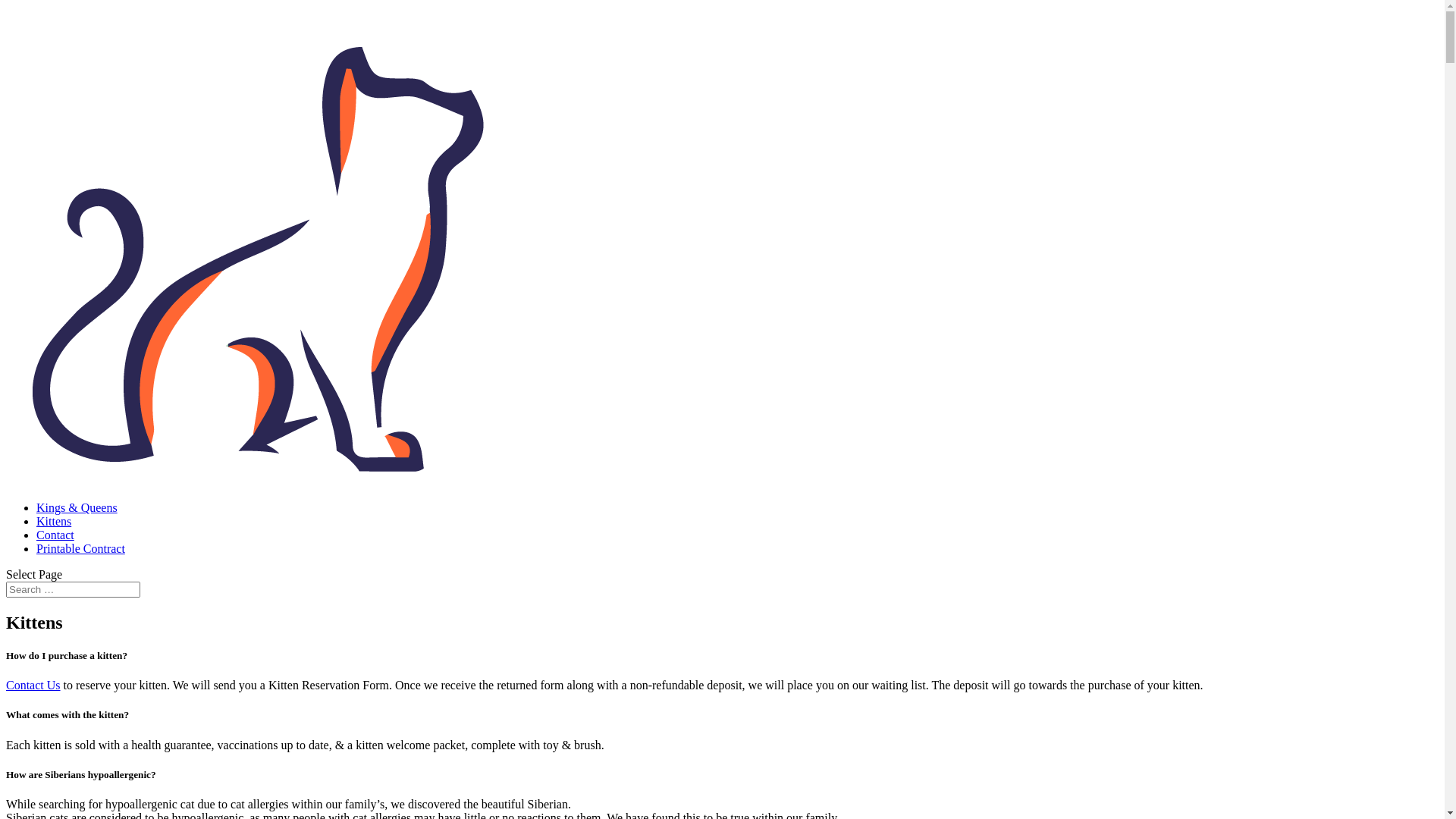 The image size is (1456, 819). I want to click on 'Contact', so click(55, 534).